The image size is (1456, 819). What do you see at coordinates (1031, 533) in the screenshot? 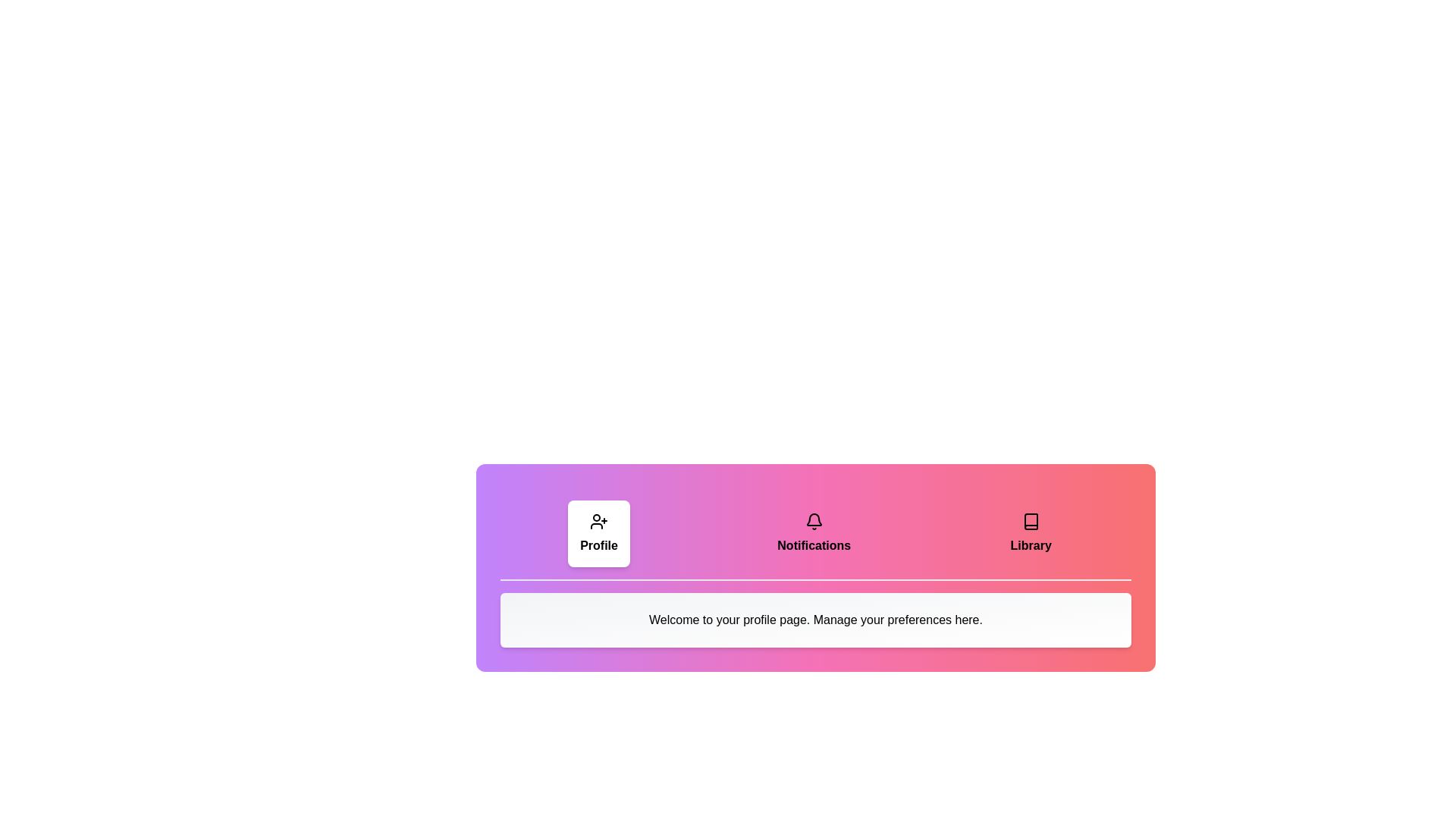
I see `the tab named Library by clicking on its button` at bounding box center [1031, 533].